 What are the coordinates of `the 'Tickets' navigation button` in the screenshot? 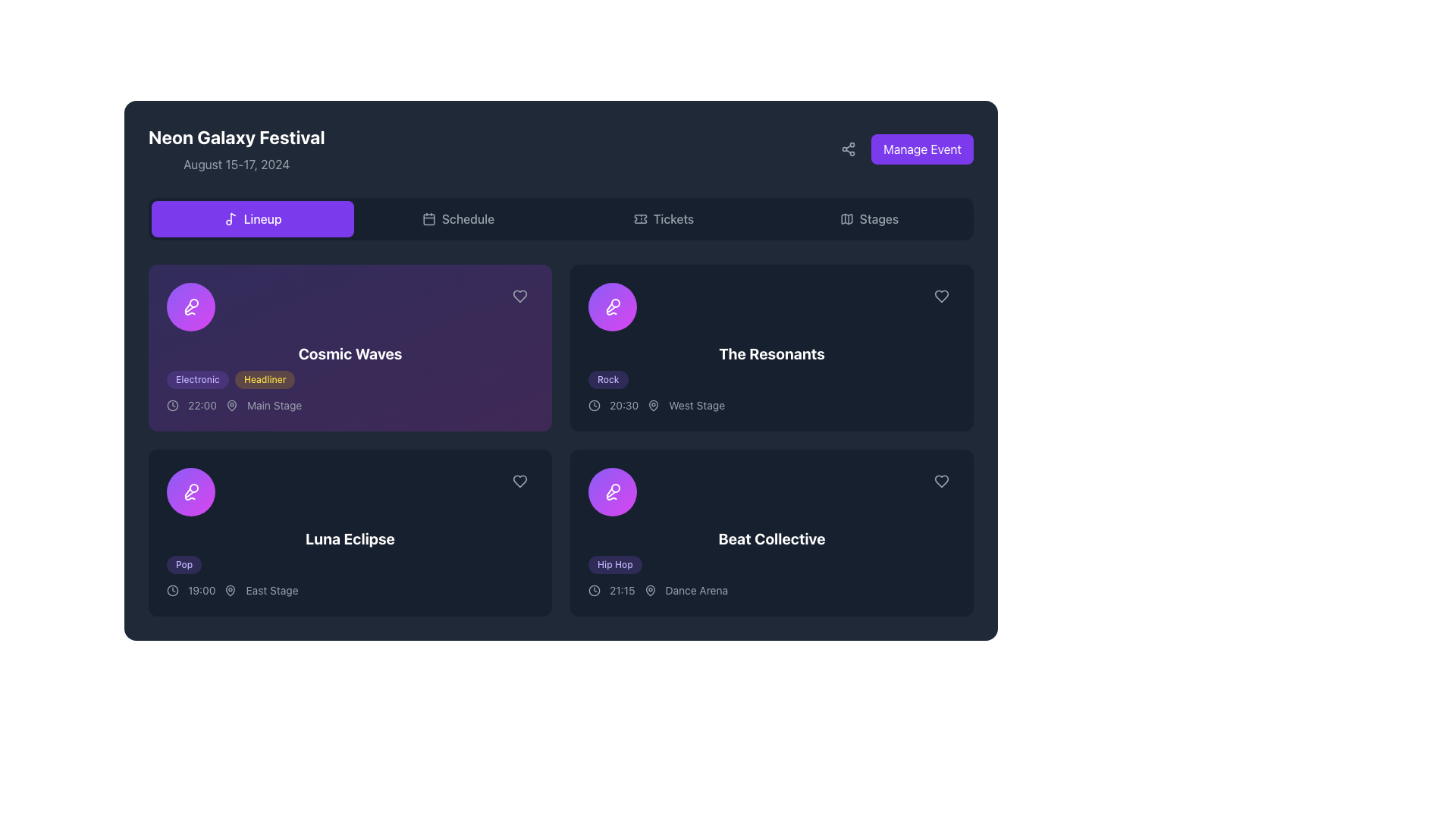 It's located at (664, 219).